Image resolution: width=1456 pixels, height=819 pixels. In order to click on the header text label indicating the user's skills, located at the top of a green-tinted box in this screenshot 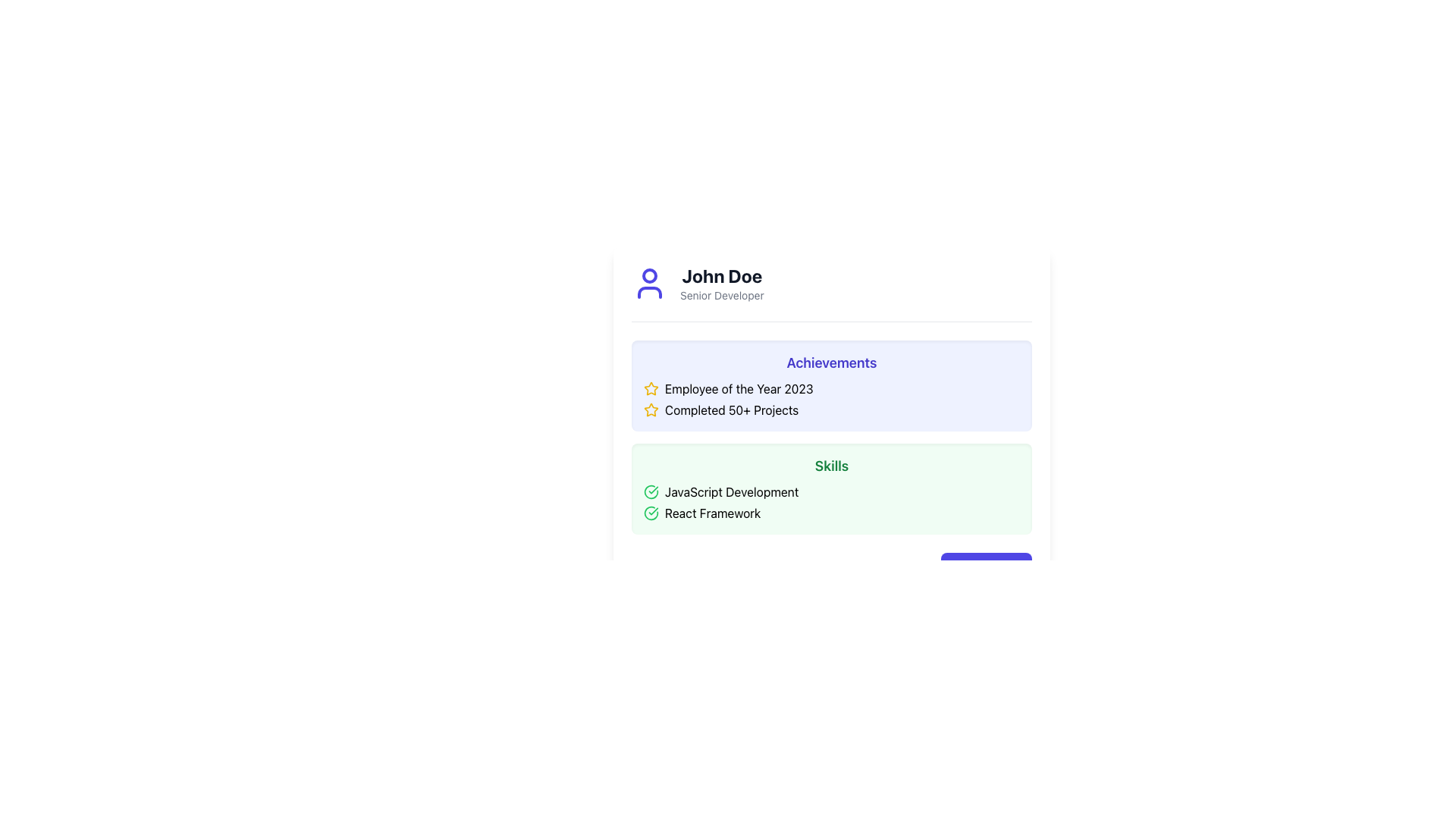, I will do `click(831, 465)`.